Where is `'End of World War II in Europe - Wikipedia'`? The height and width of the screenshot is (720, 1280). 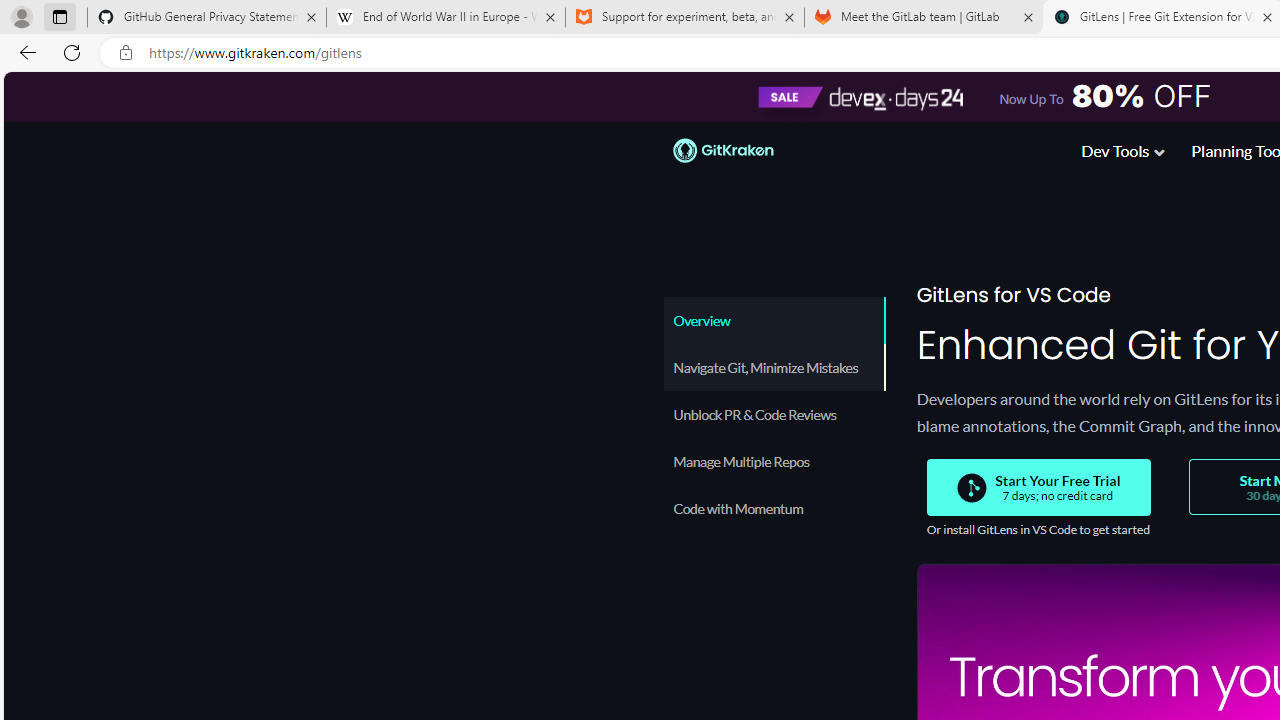 'End of World War II in Europe - Wikipedia' is located at coordinates (444, 17).